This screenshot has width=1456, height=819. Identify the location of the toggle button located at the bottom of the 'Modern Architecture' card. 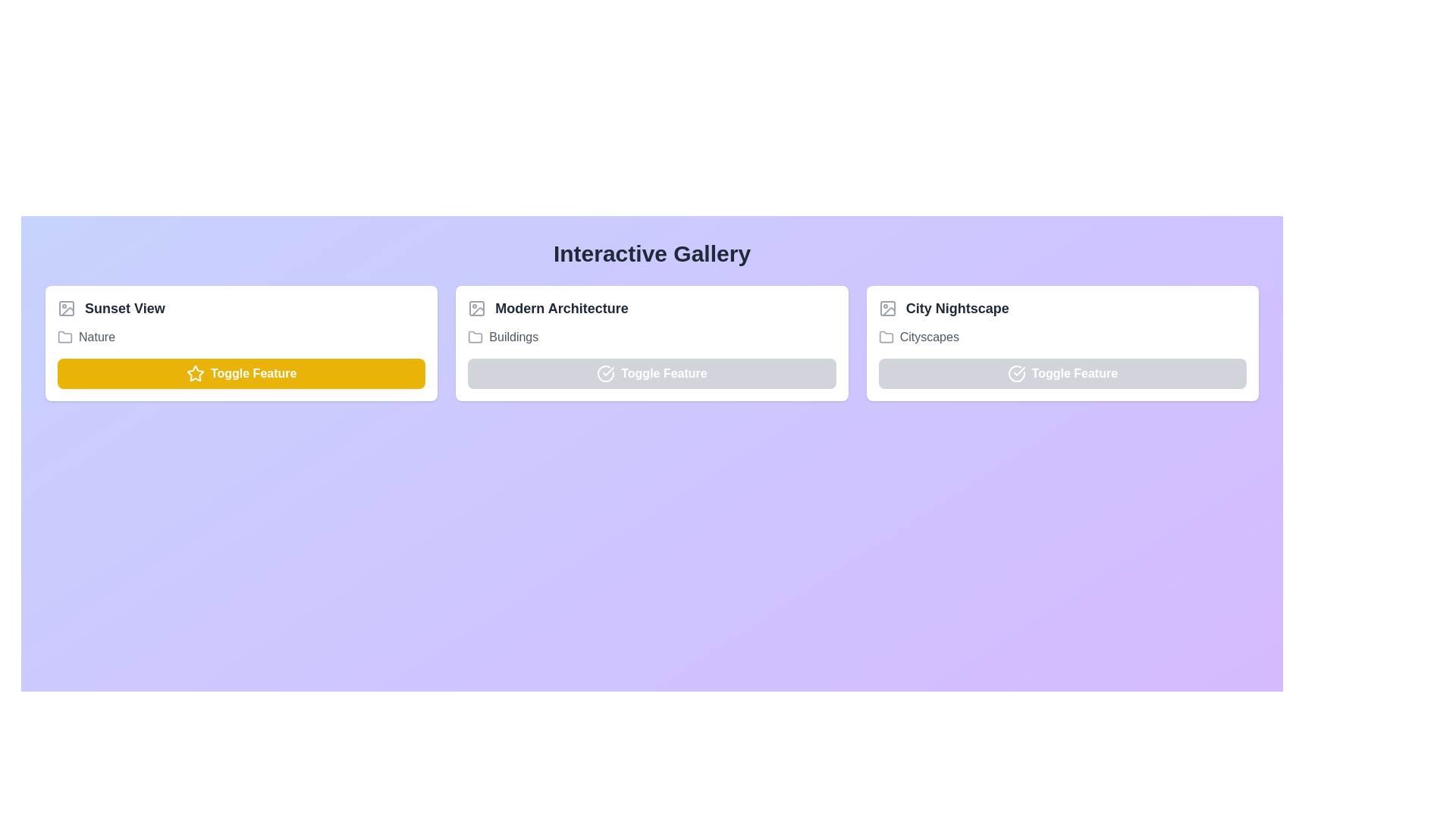
(651, 374).